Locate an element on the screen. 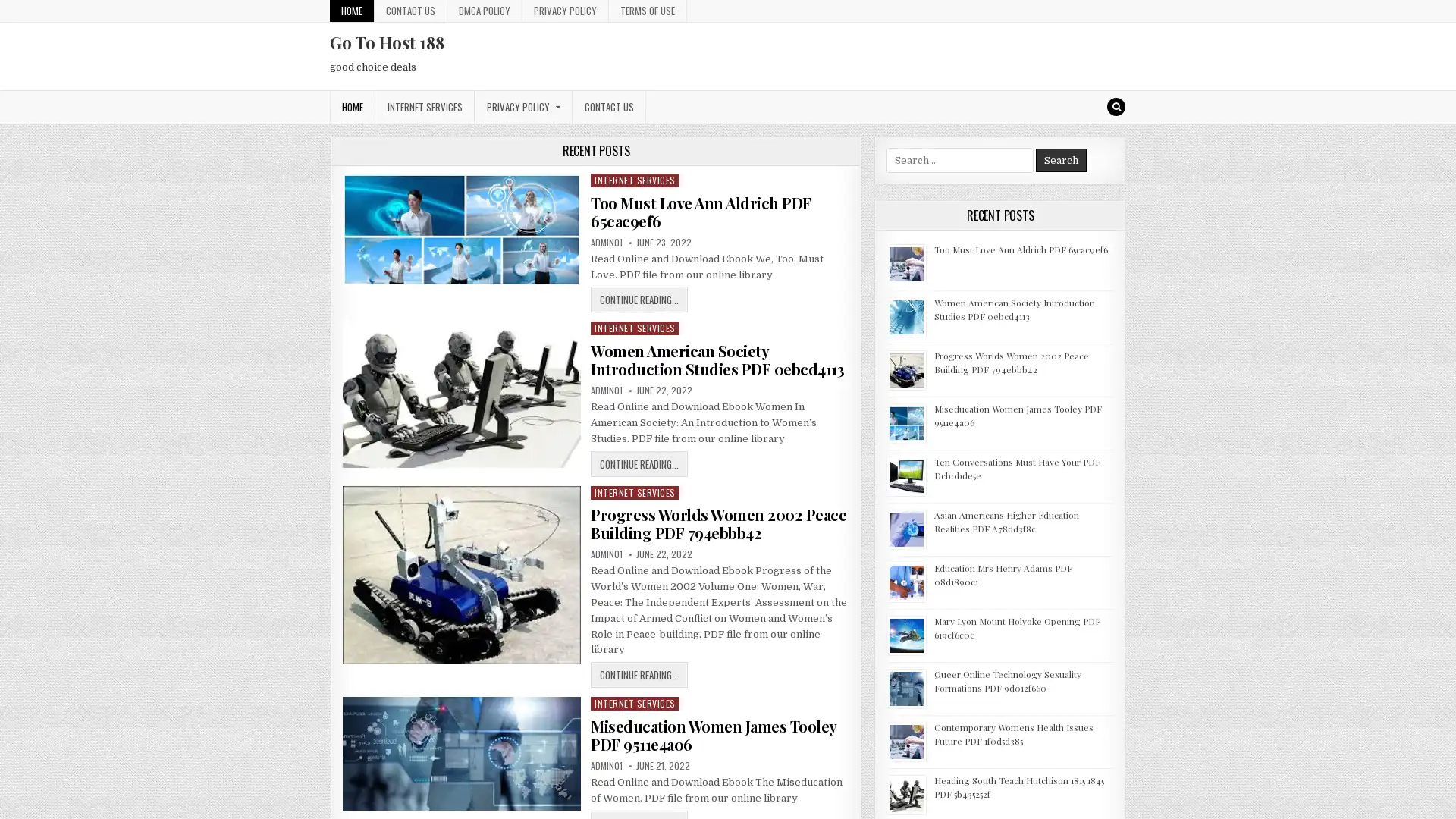 The width and height of the screenshot is (1456, 819). Search is located at coordinates (1060, 160).